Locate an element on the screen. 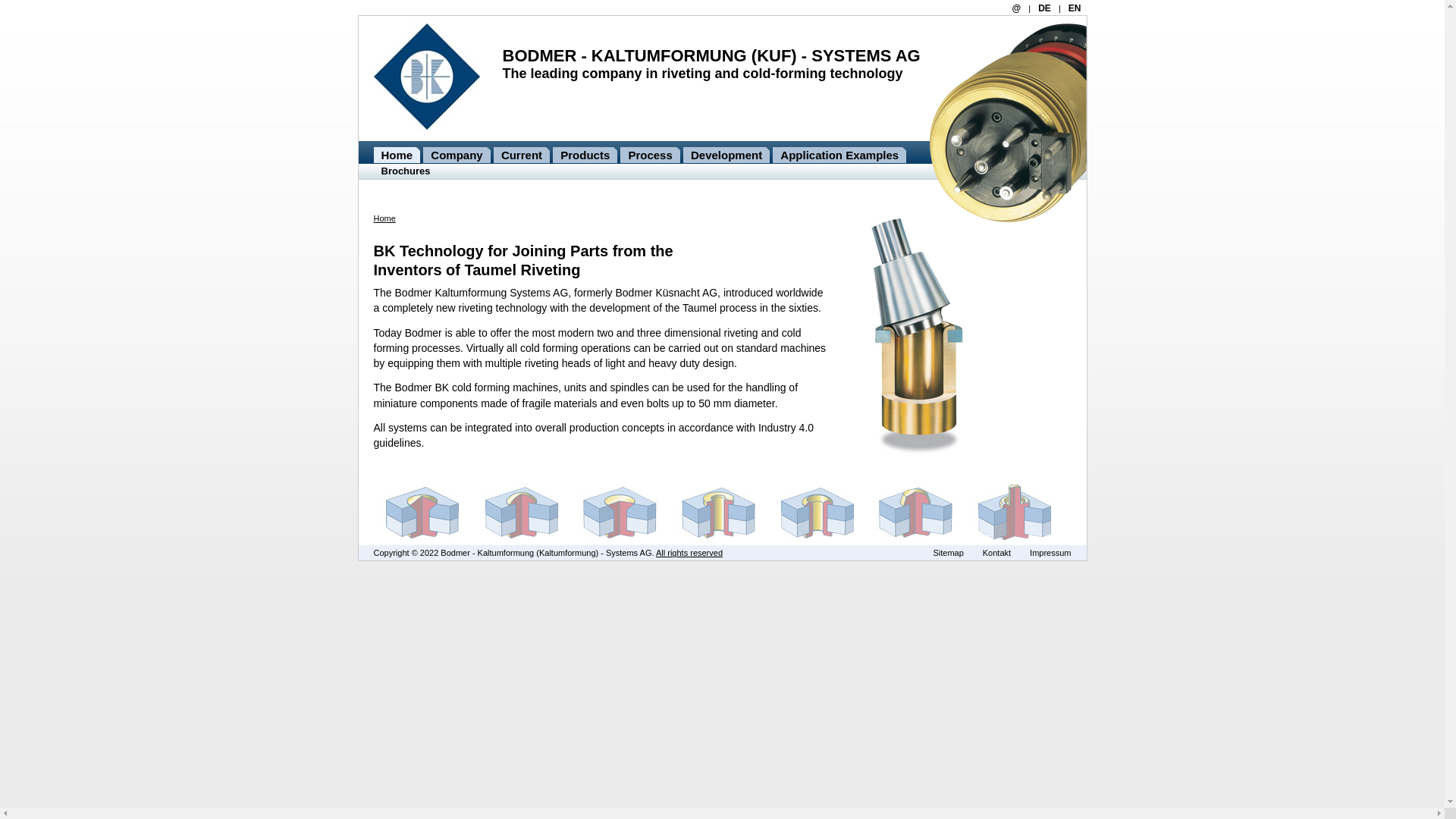 This screenshot has height=819, width=1456. 'Application Examples' is located at coordinates (772, 155).